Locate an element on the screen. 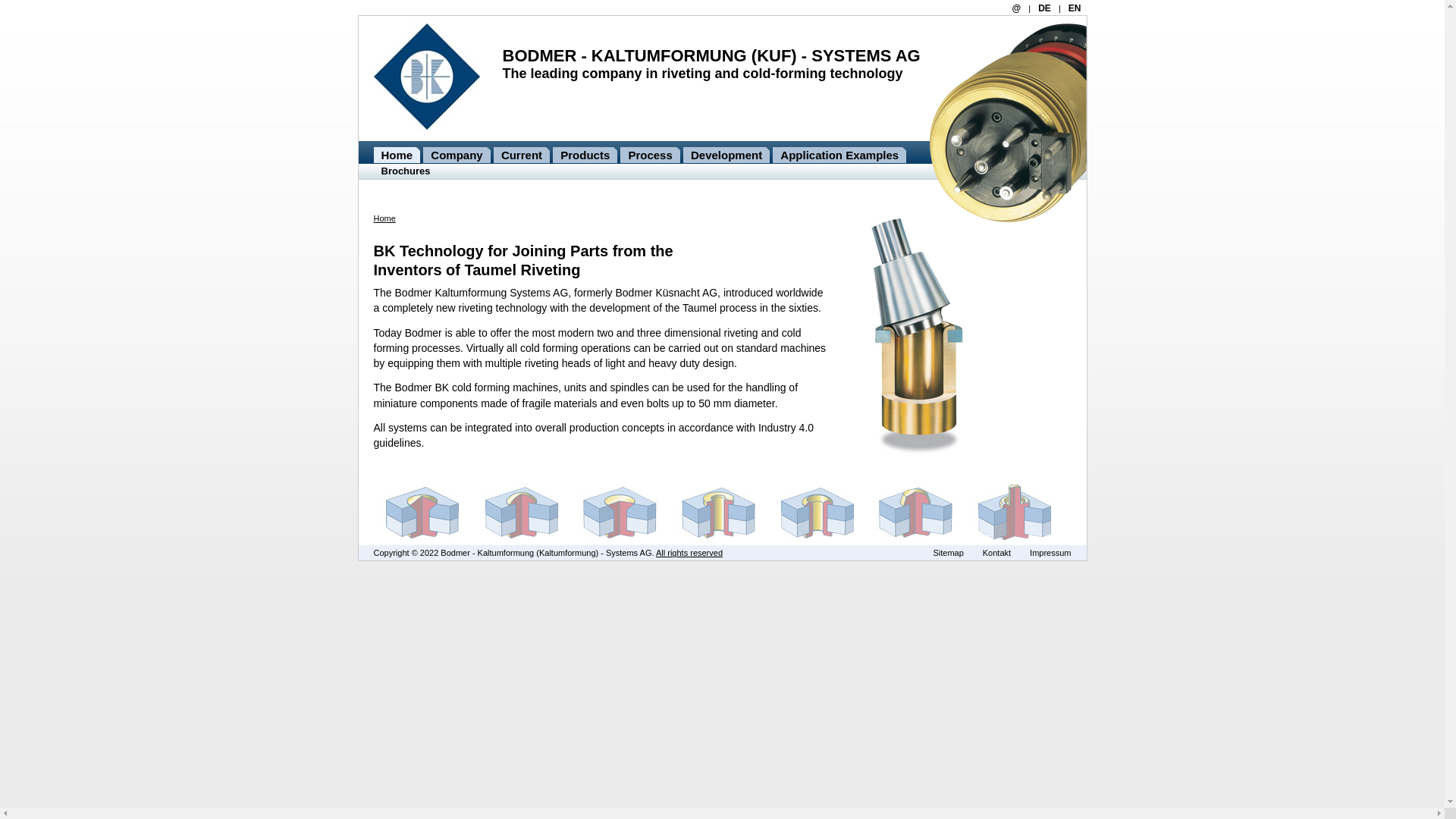 This screenshot has height=819, width=1456. 'Application Examples' is located at coordinates (772, 155).